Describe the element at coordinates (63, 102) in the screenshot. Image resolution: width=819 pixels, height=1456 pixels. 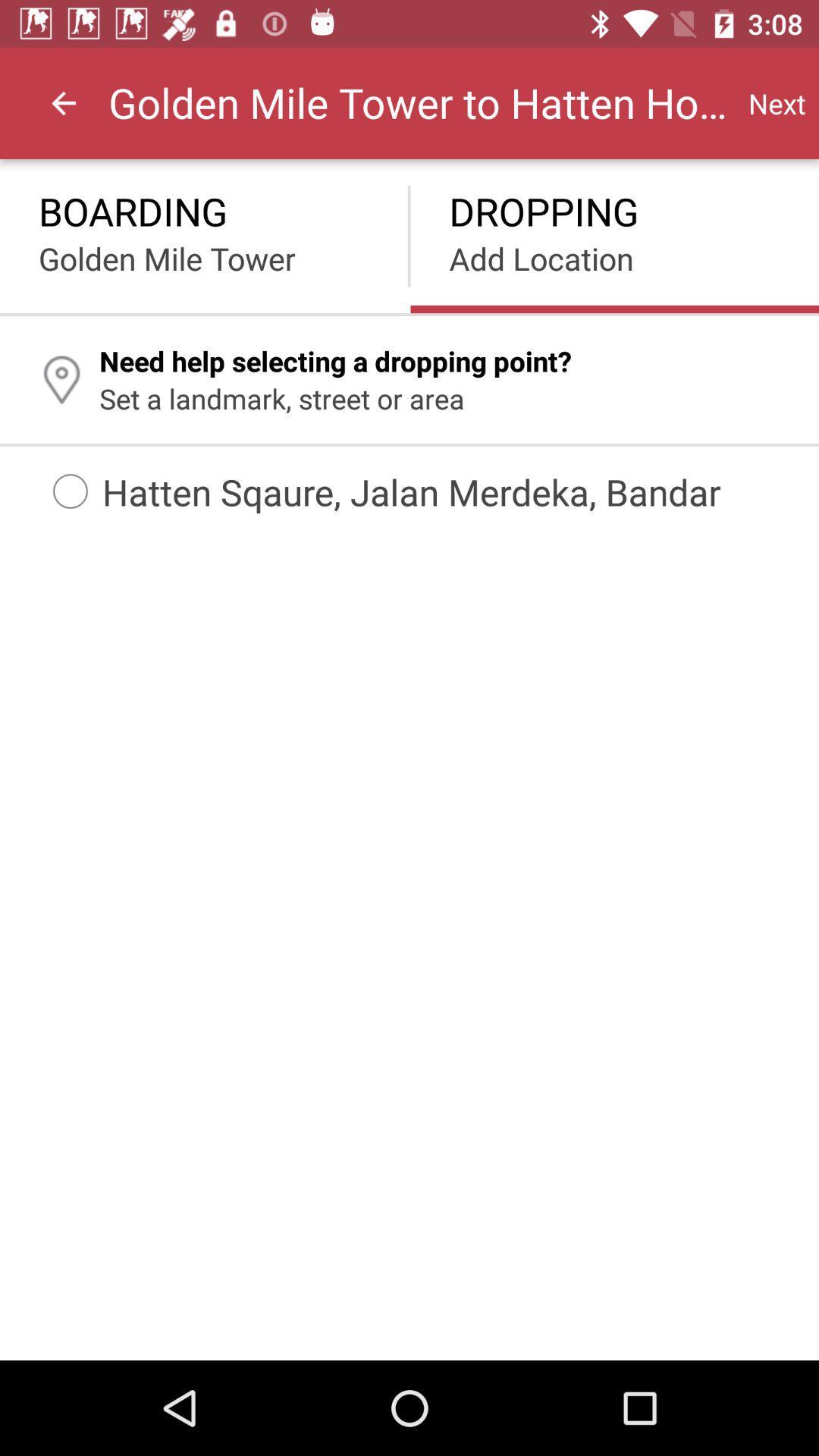
I see `item next to the golden mile tower icon` at that location.